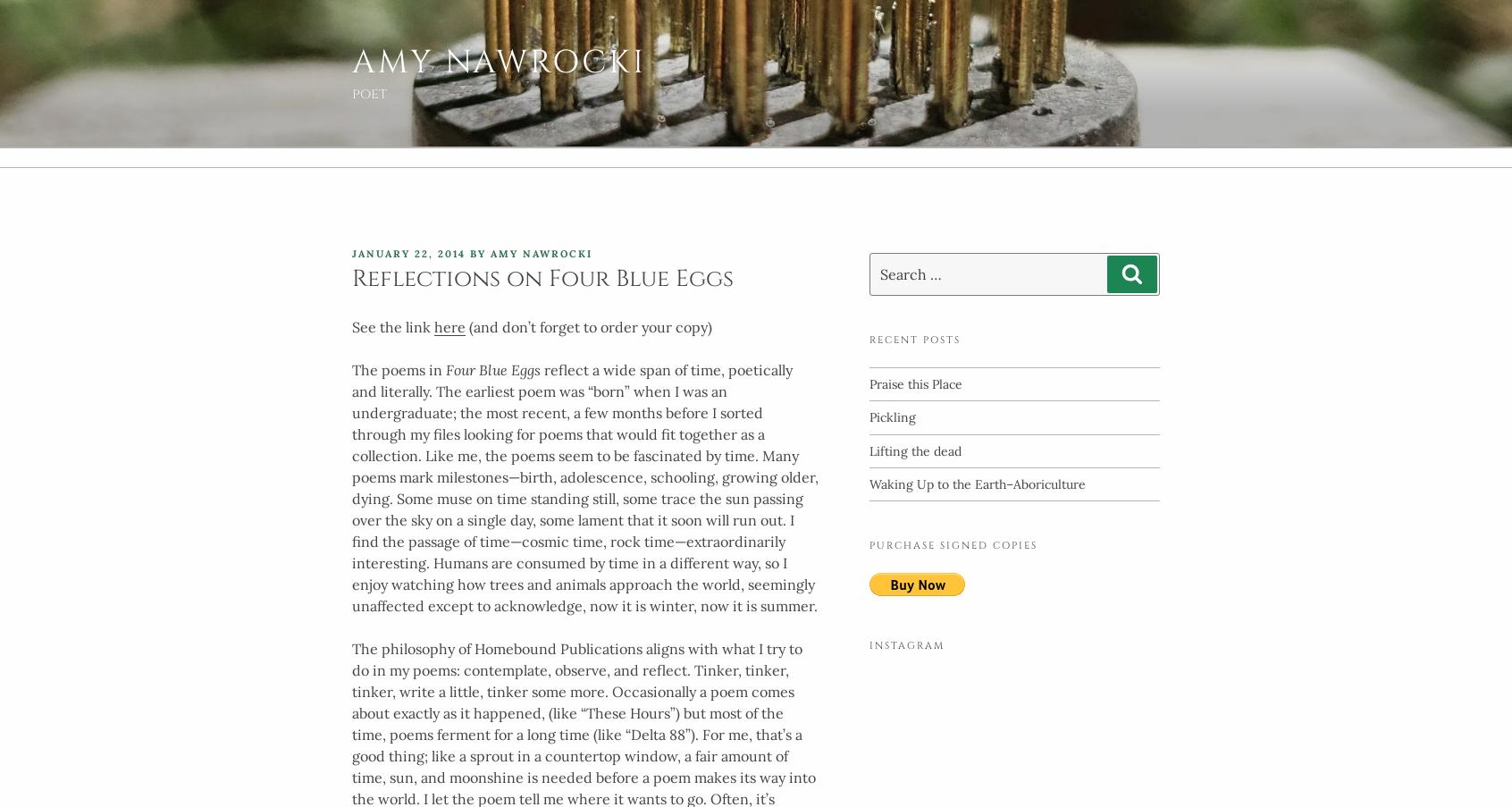  What do you see at coordinates (977, 482) in the screenshot?
I see `'Waking Up to the Earth–Aboriculture'` at bounding box center [977, 482].